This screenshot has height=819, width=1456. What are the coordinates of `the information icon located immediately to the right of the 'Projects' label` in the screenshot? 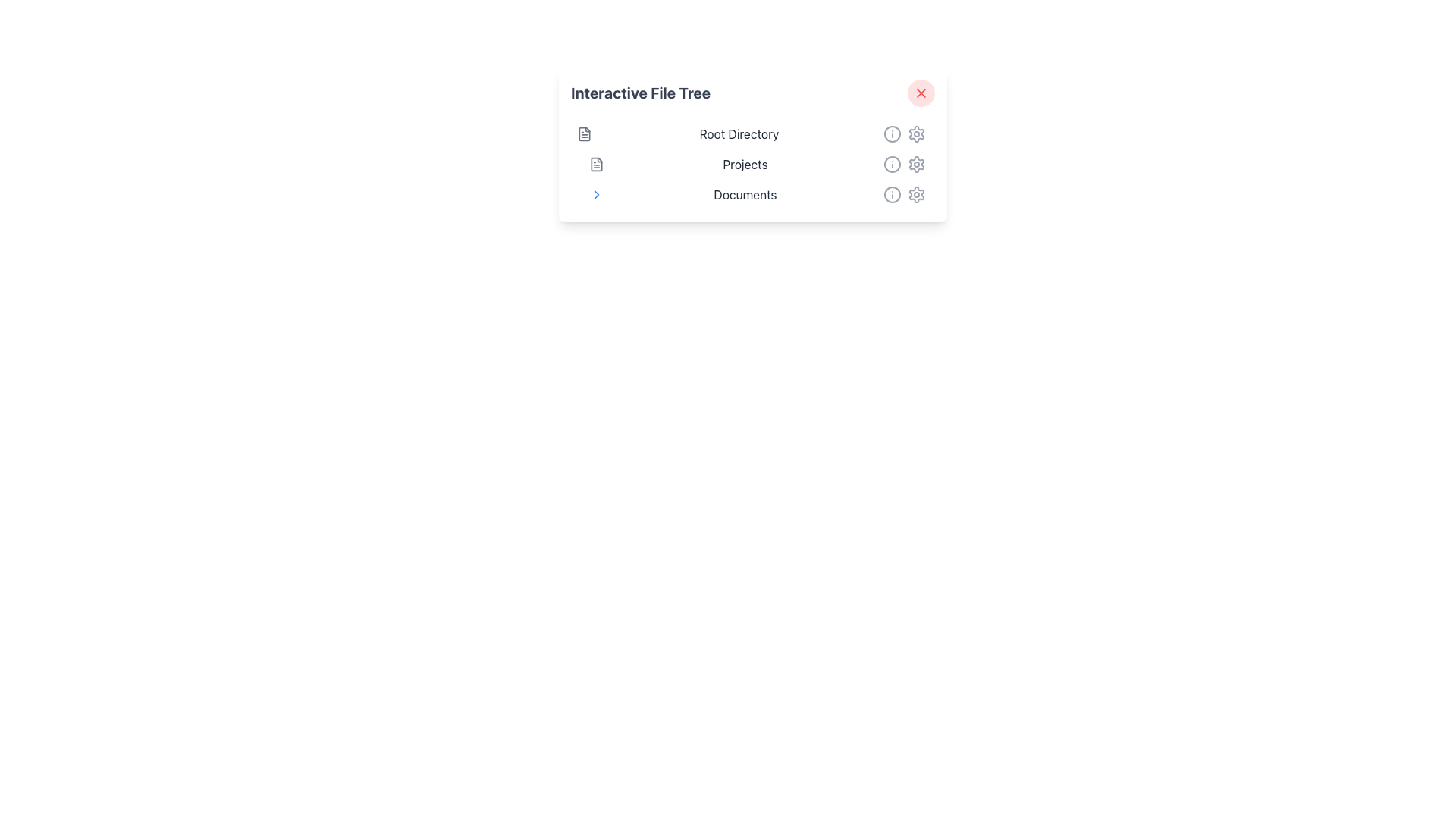 It's located at (892, 164).